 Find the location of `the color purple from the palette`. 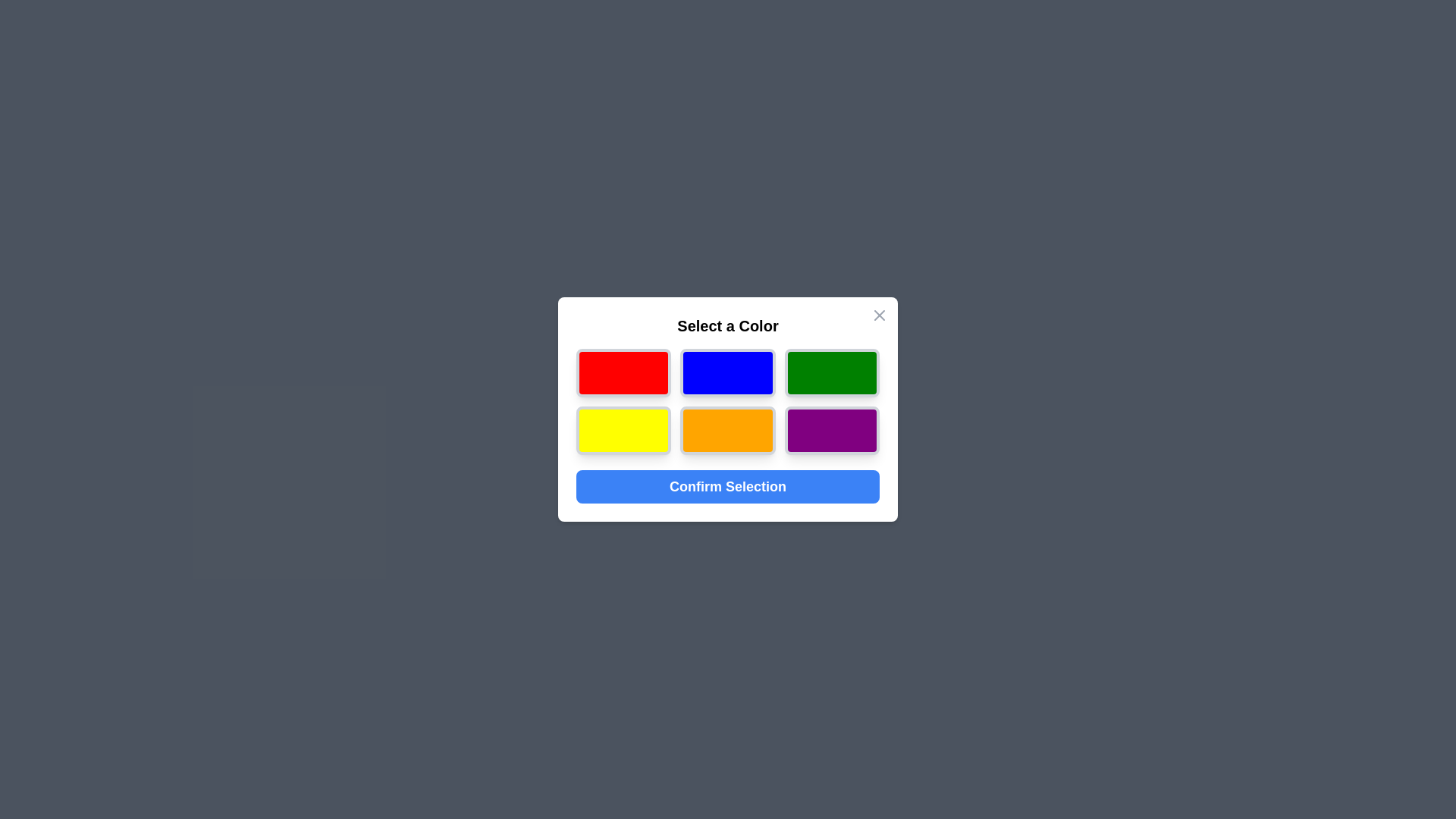

the color purple from the palette is located at coordinates (831, 430).